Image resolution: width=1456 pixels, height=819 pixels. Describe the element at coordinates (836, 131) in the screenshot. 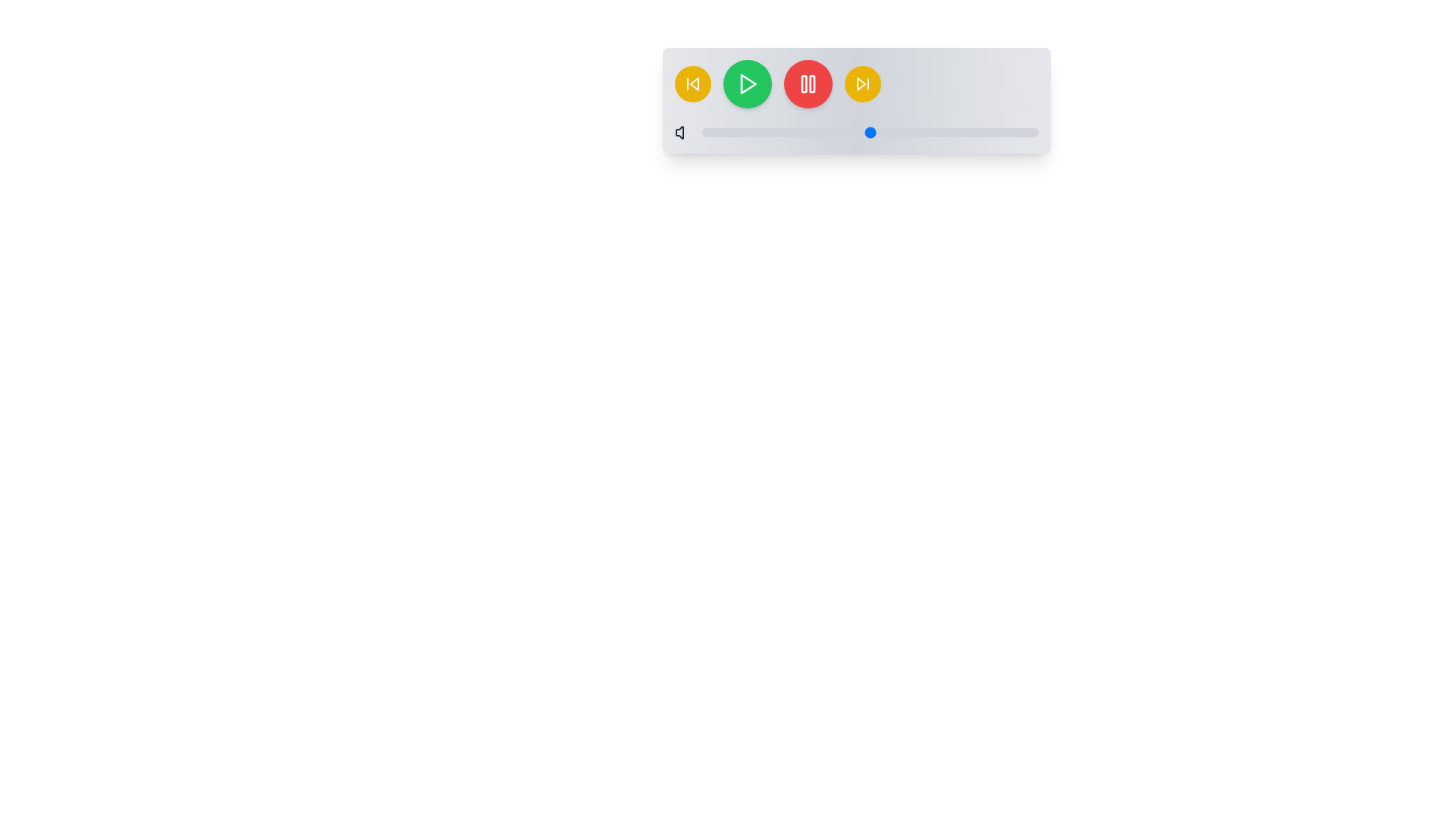

I see `the slider position` at that location.